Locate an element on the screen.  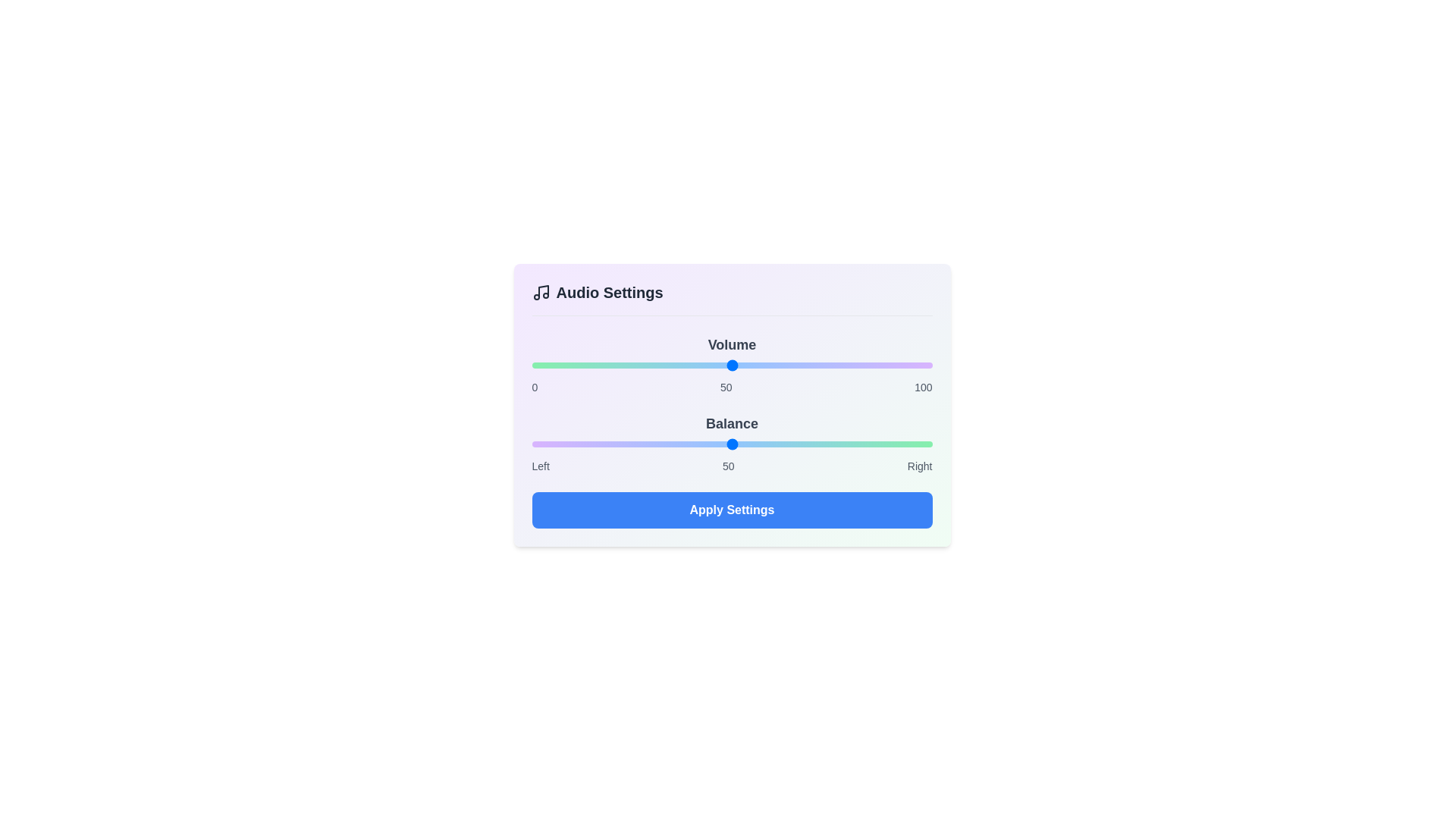
the musical note icon located to the left of the 'Audio Settings' text in the header of the content box is located at coordinates (541, 292).